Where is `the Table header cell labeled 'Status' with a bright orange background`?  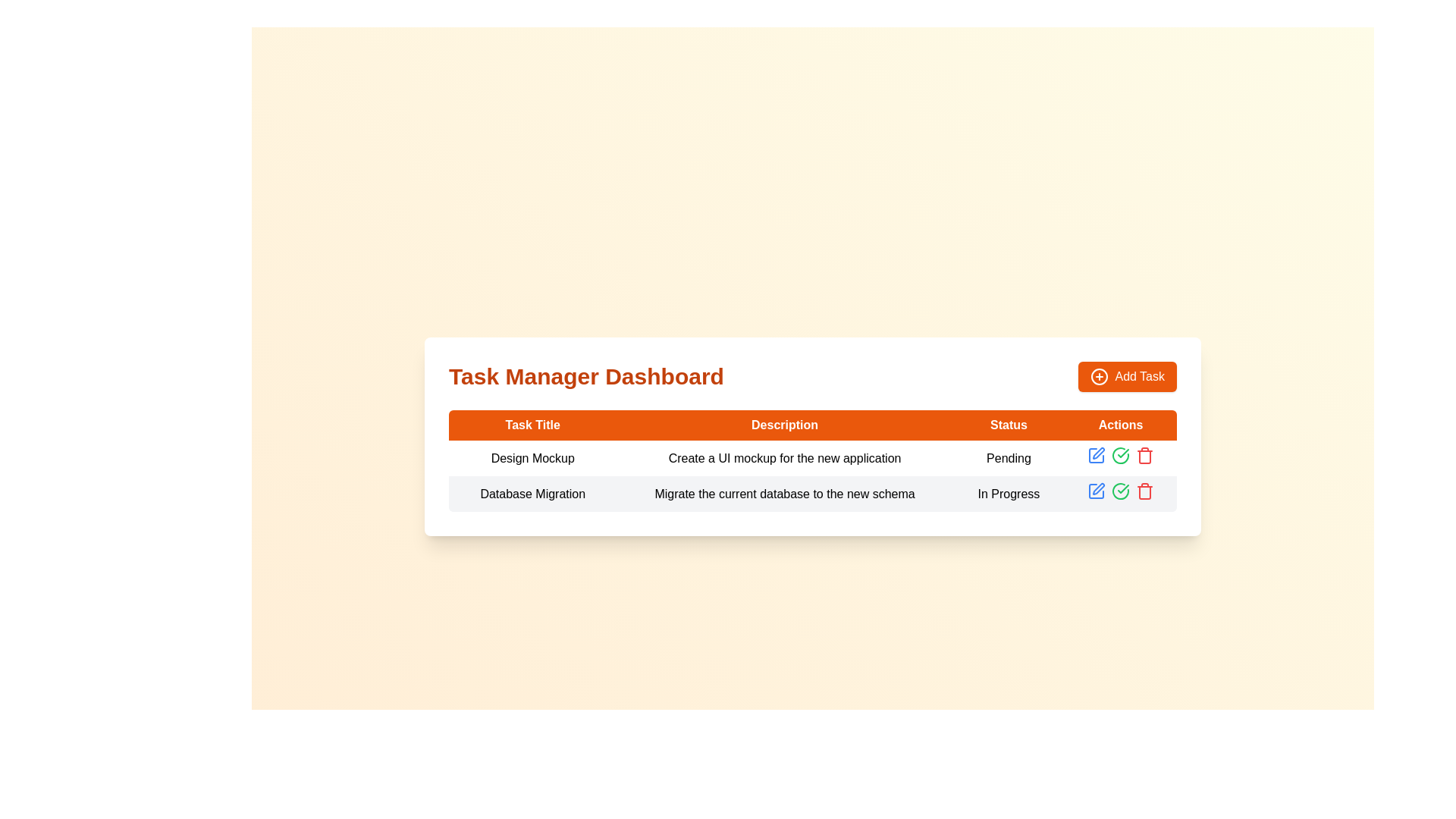
the Table header cell labeled 'Status' with a bright orange background is located at coordinates (1009, 425).